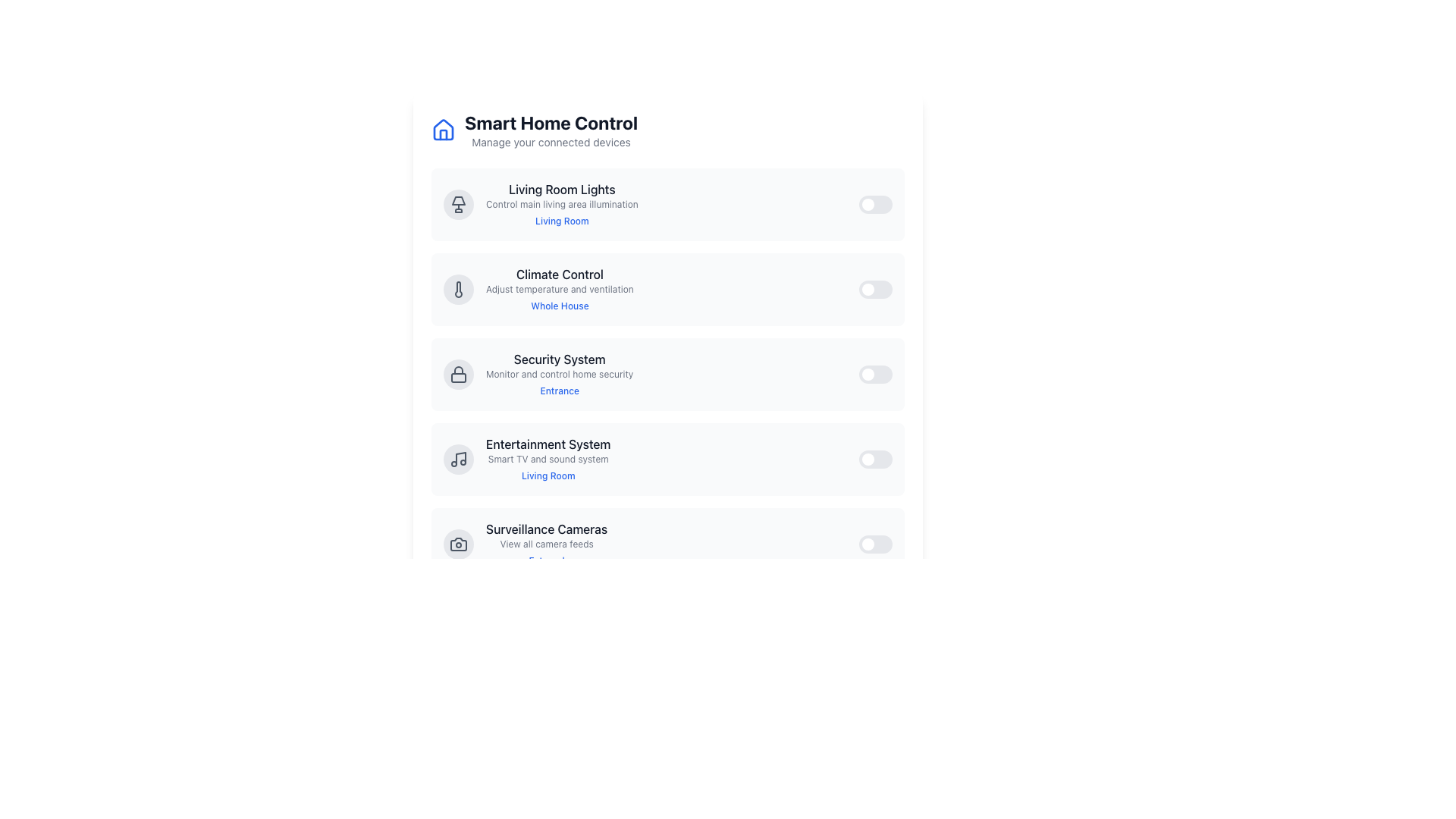  What do you see at coordinates (559, 306) in the screenshot?
I see `the 'Whole House' text label located at the bottom of the 'Climate Control' section, below the text 'Adjust temperature and ventilation'` at bounding box center [559, 306].